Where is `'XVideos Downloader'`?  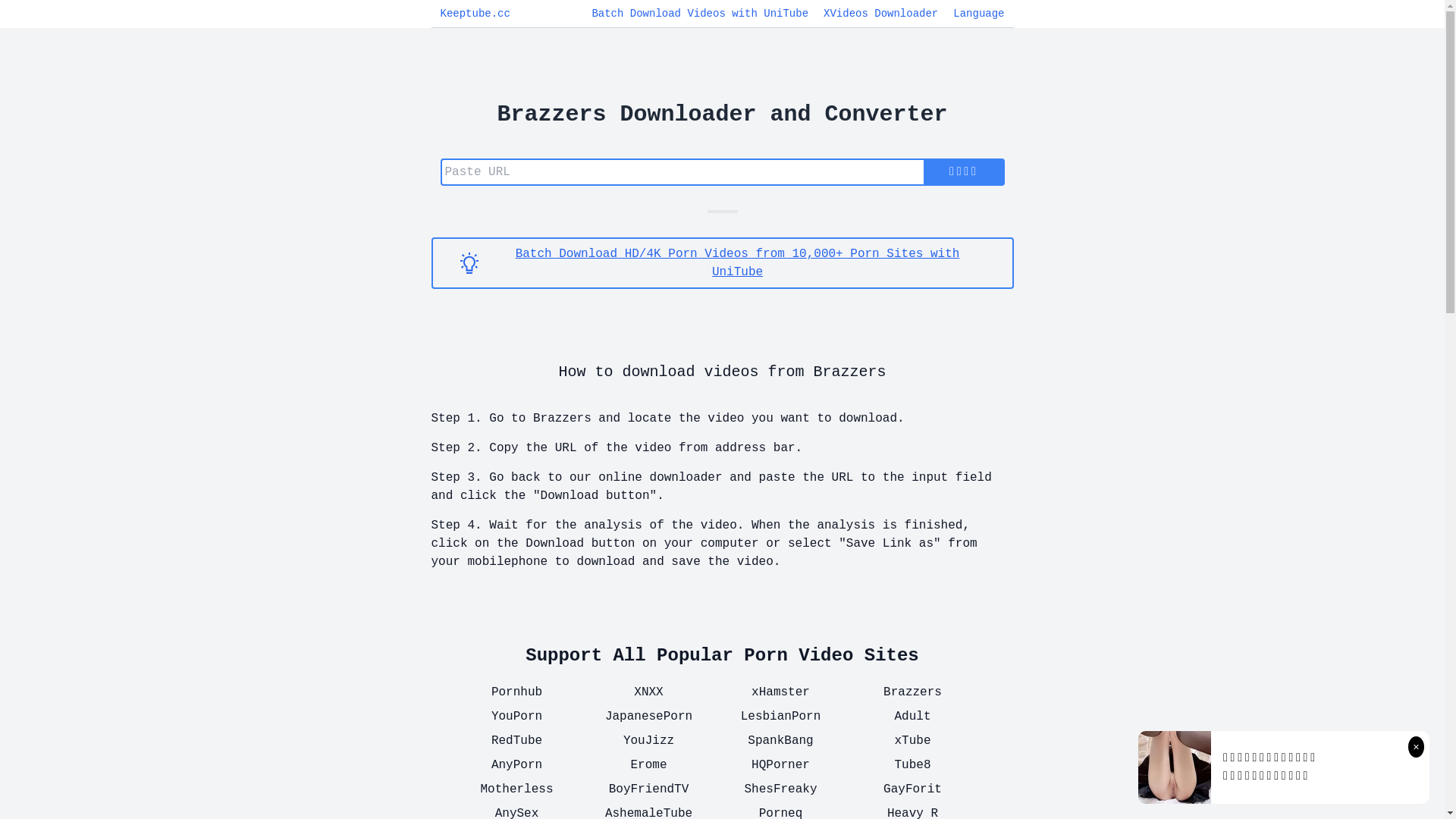 'XVideos Downloader' is located at coordinates (880, 14).